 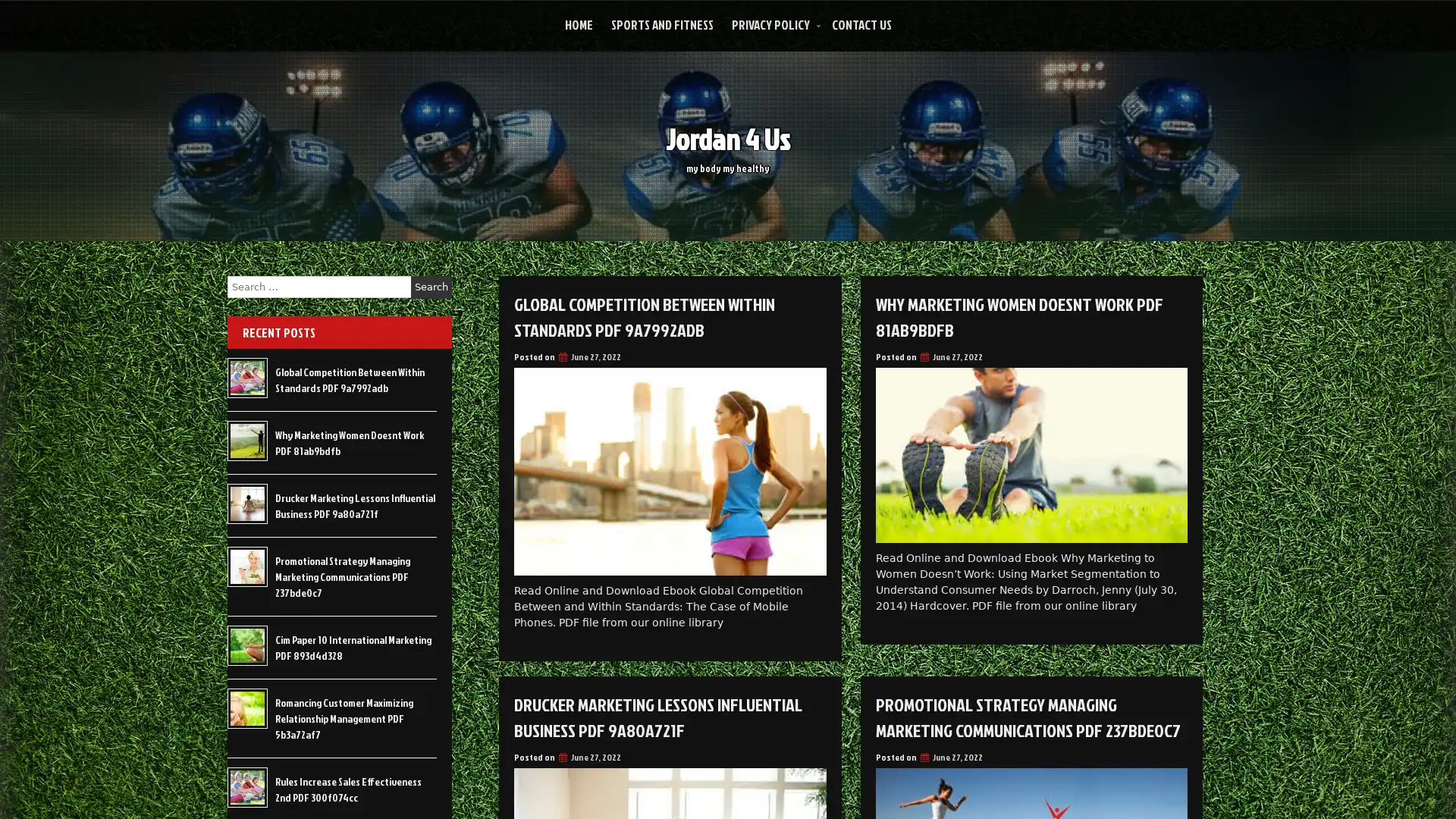 What do you see at coordinates (431, 287) in the screenshot?
I see `Search` at bounding box center [431, 287].